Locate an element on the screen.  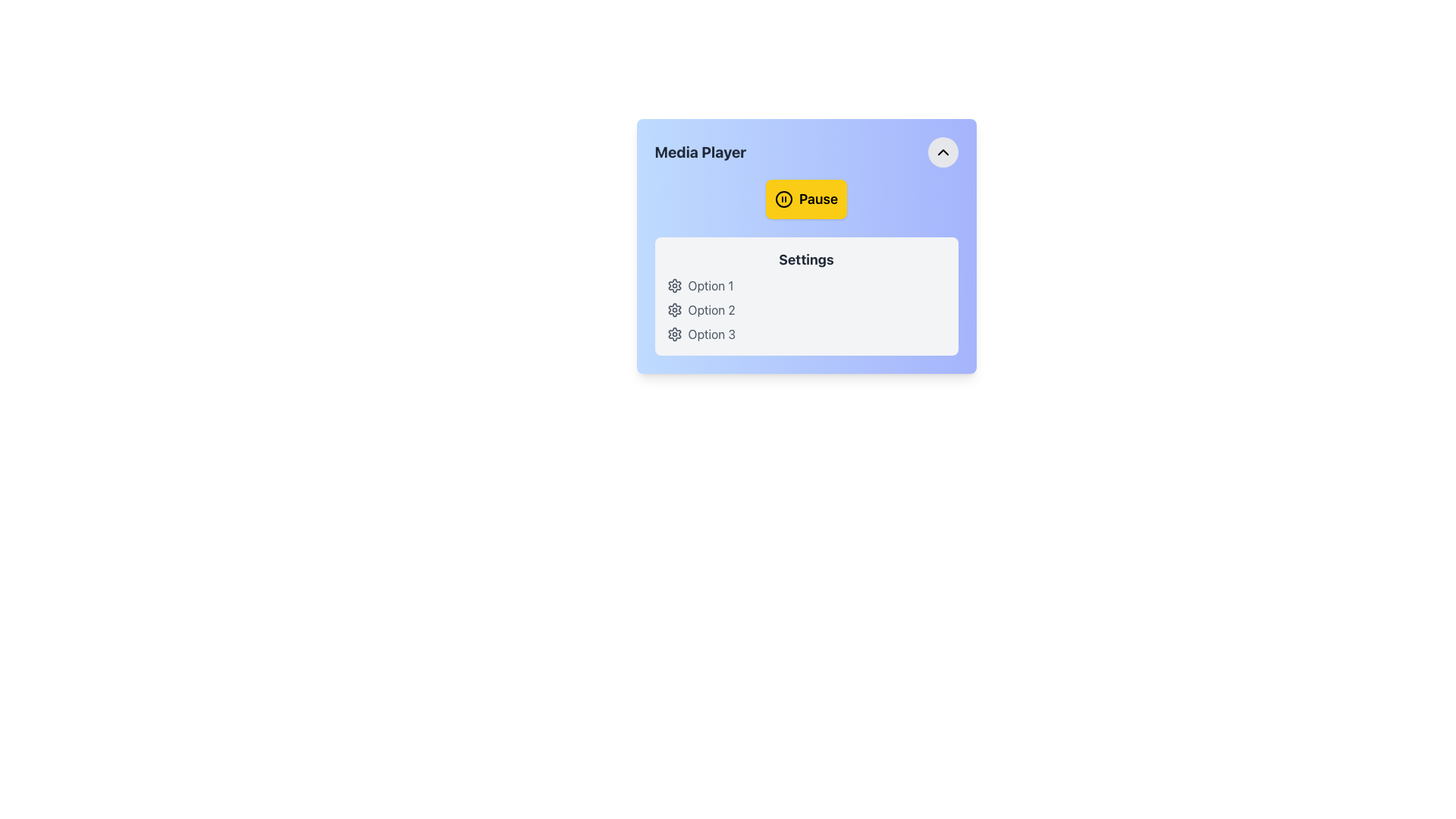
text 'Pause' displayed in bold black font within the yellow rounded rectangle button in the media player interface is located at coordinates (817, 198).